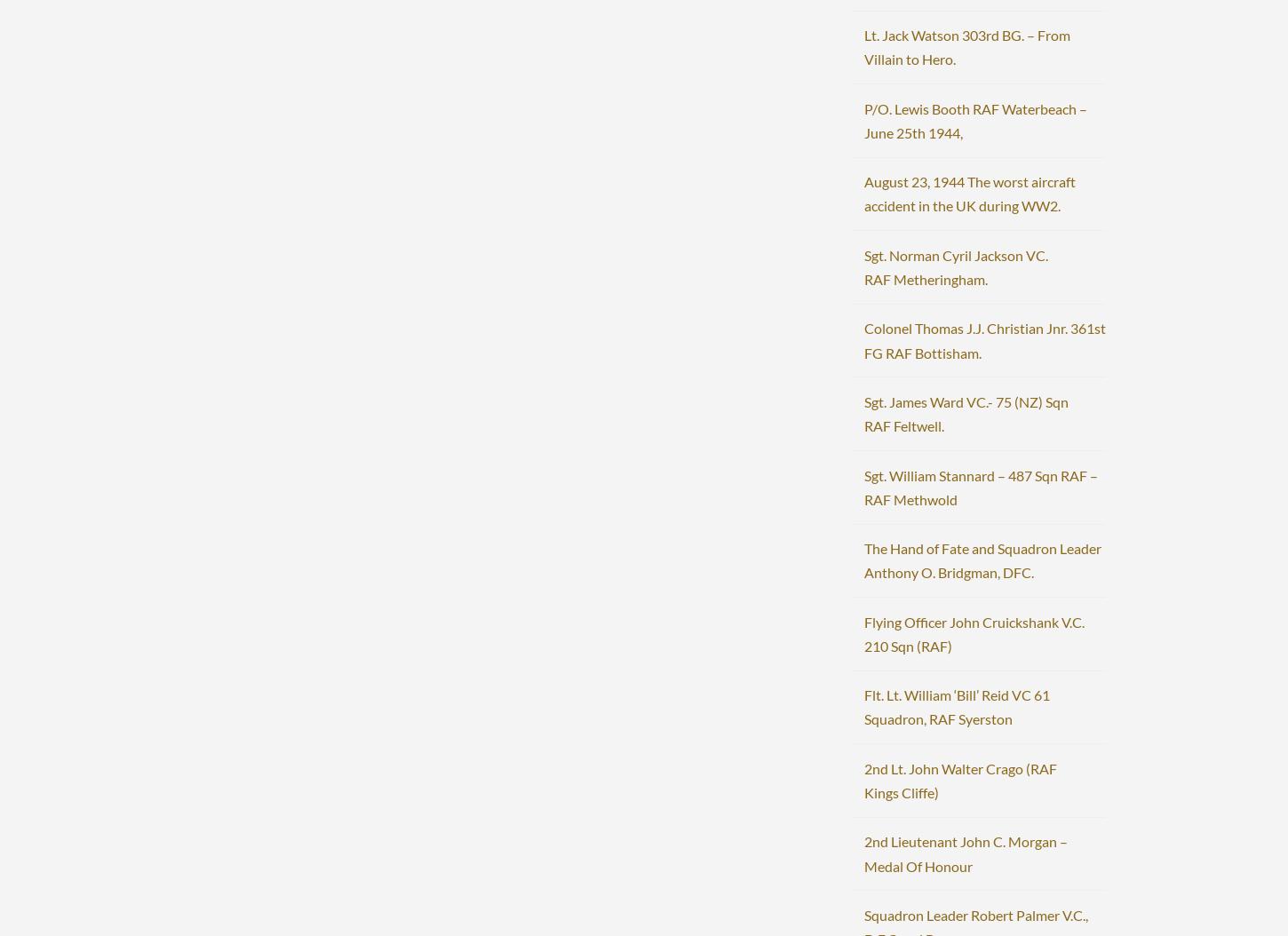 Image resolution: width=1288 pixels, height=936 pixels. What do you see at coordinates (863, 266) in the screenshot?
I see `'Sgt. Norman Cyril Jackson VC. RAF Metheringham.'` at bounding box center [863, 266].